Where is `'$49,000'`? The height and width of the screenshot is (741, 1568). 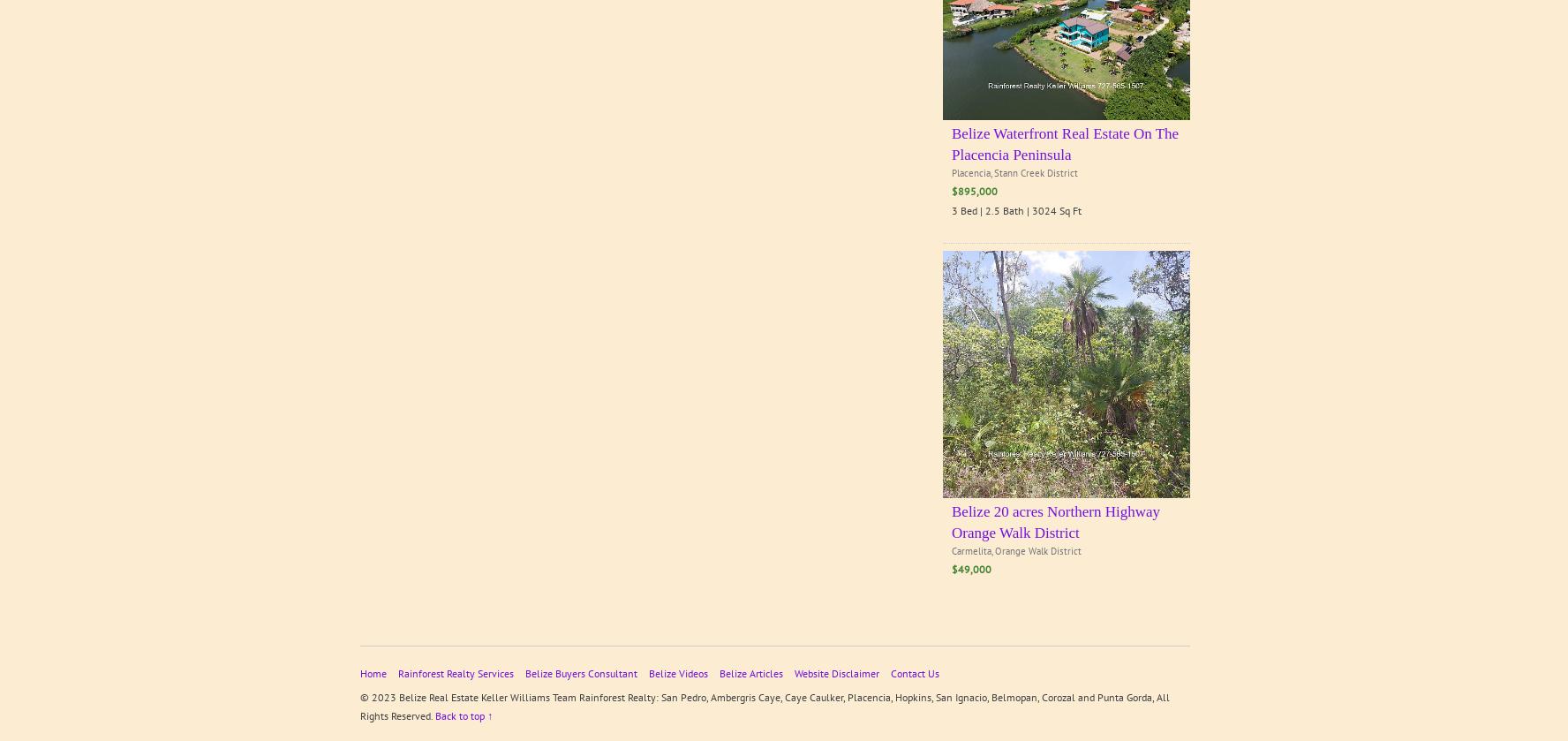 '$49,000' is located at coordinates (970, 568).